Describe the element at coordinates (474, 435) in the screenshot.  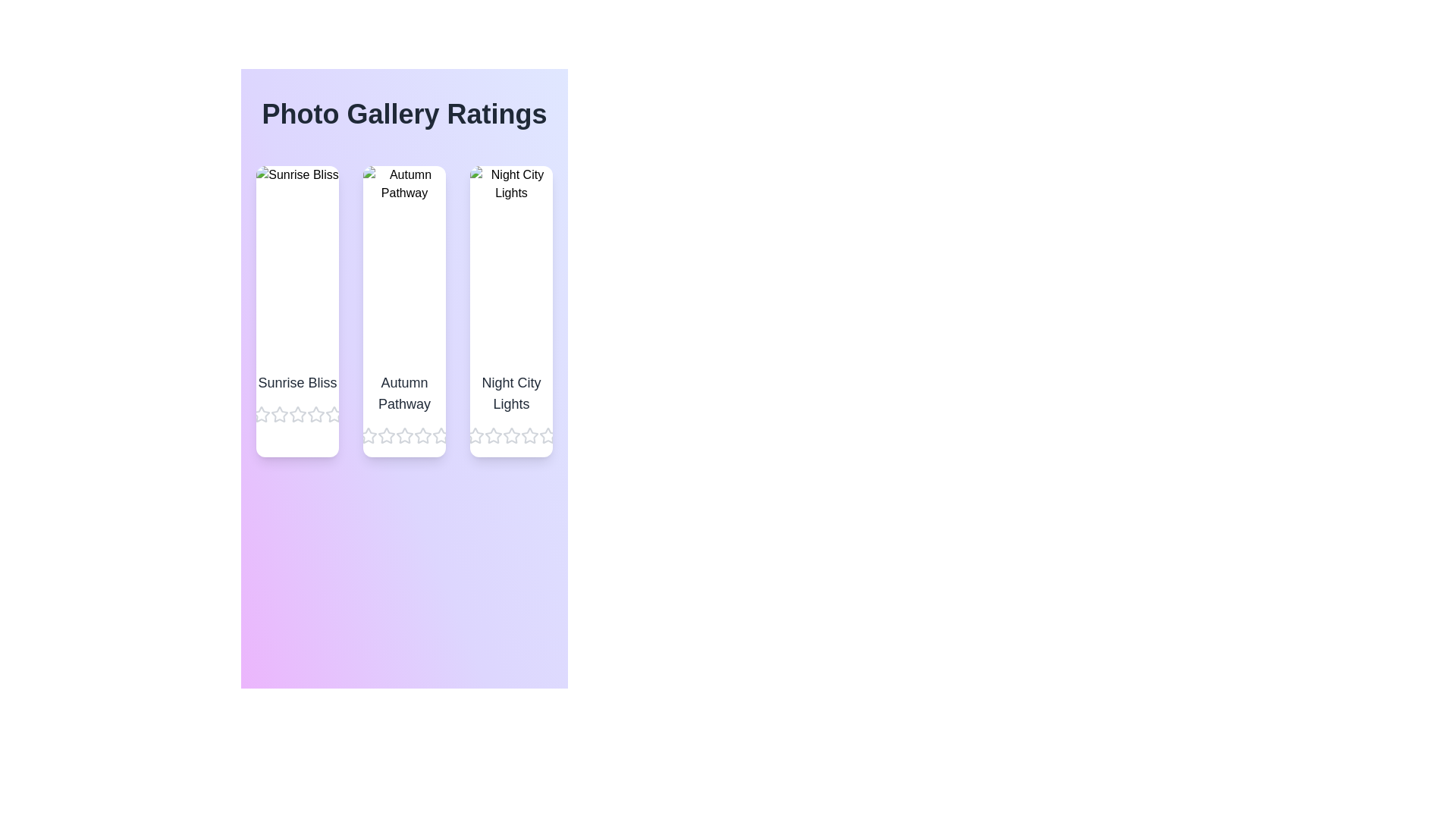
I see `the star corresponding to 1 stars for the image titled Night City Lights` at that location.